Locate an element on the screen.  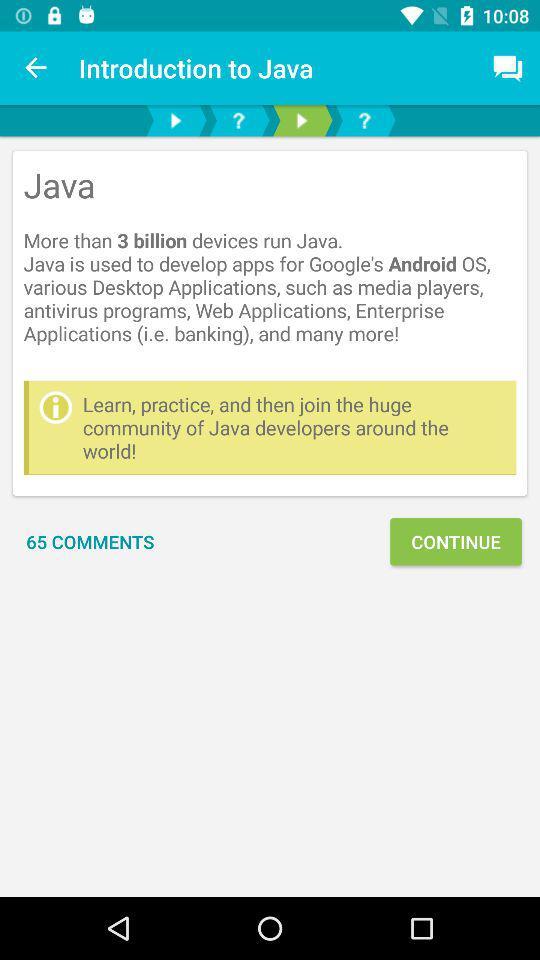
a tab with a is located at coordinates (238, 120).